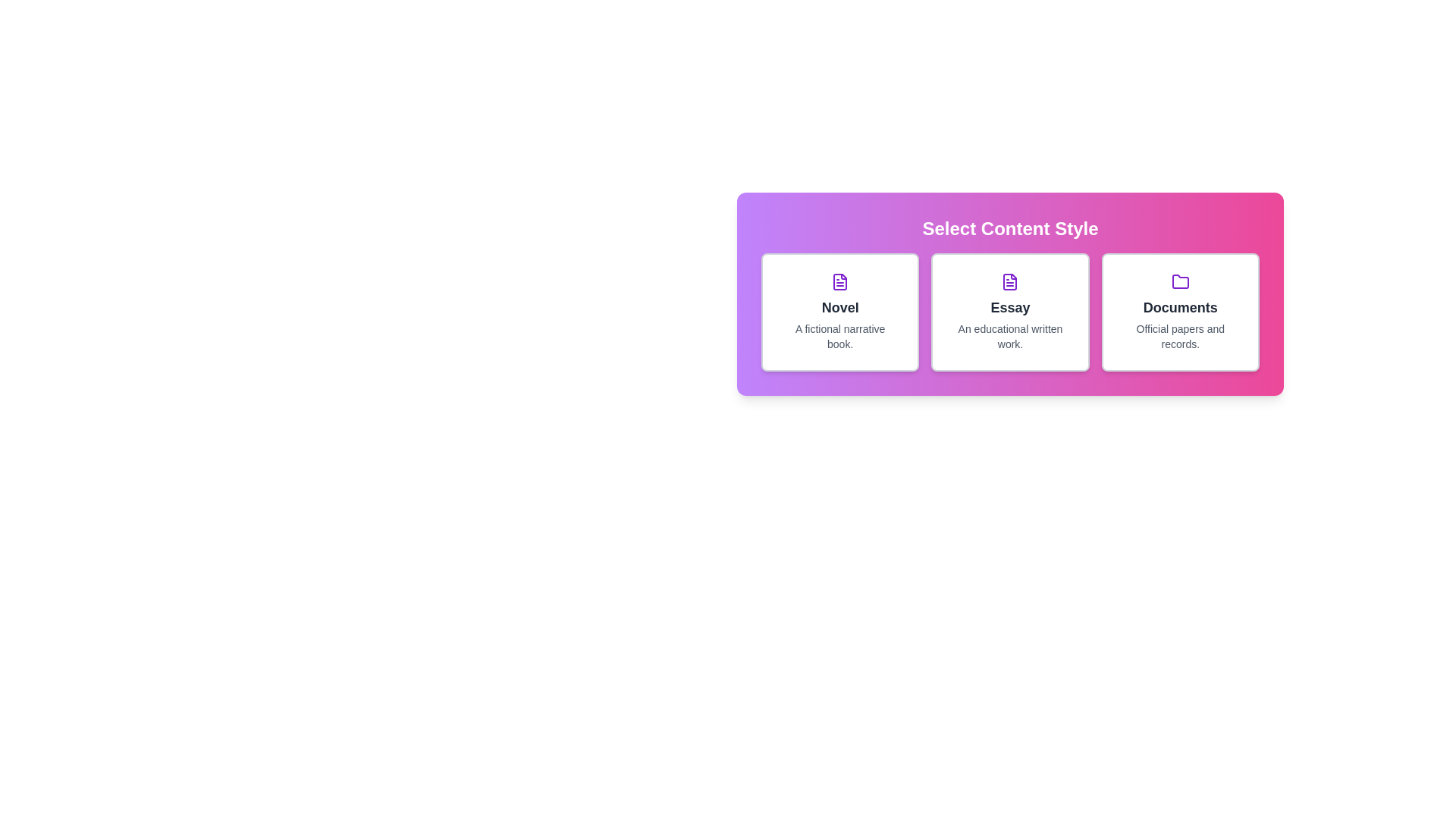 Image resolution: width=1456 pixels, height=819 pixels. What do you see at coordinates (1179, 307) in the screenshot?
I see `the 'Documents' text label, which is displayed in bold and large dark gray font within a white card, positioned below an icon and above descriptive text` at bounding box center [1179, 307].